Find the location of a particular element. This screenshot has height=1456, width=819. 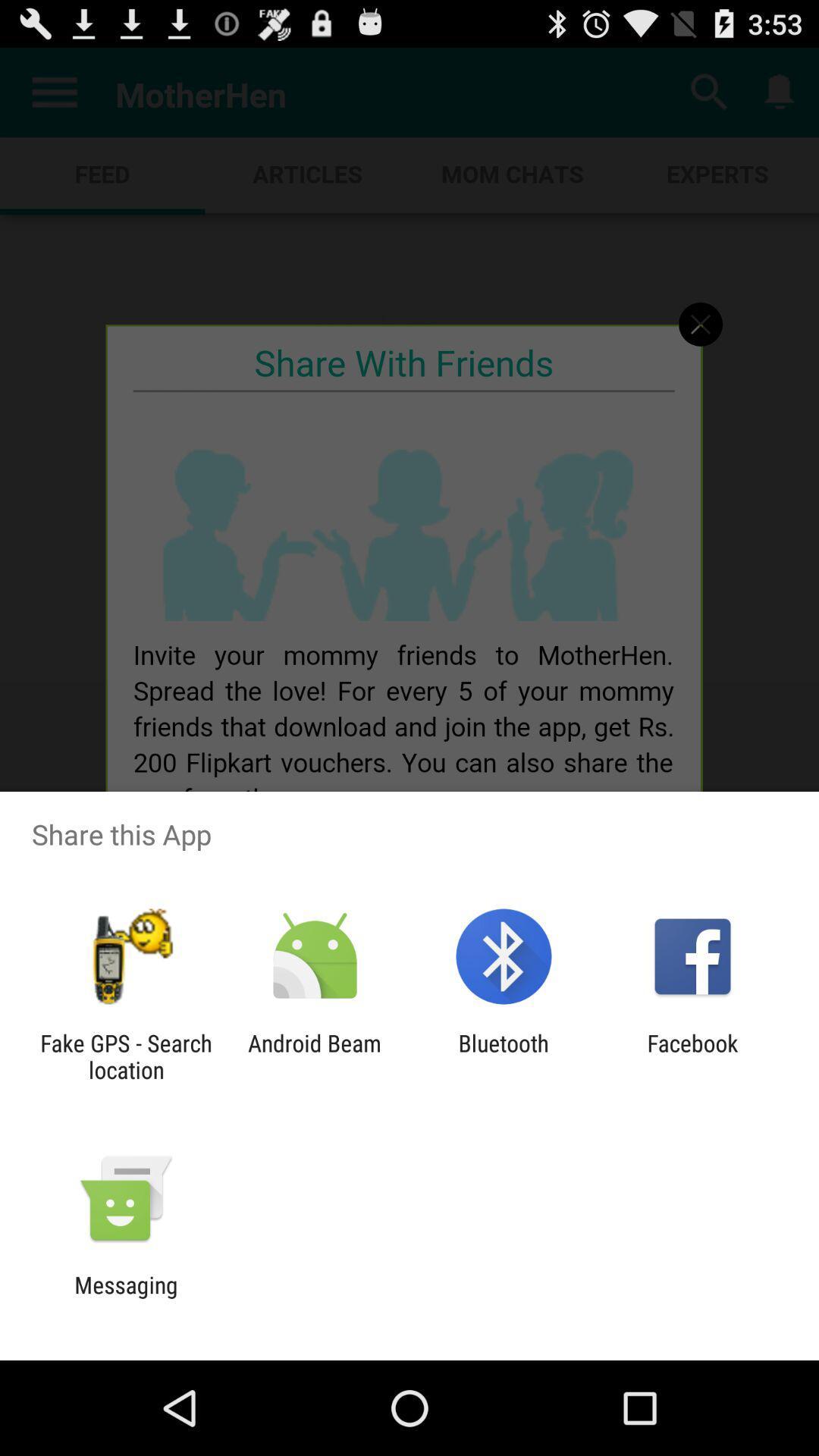

the bluetooth icon is located at coordinates (504, 1056).